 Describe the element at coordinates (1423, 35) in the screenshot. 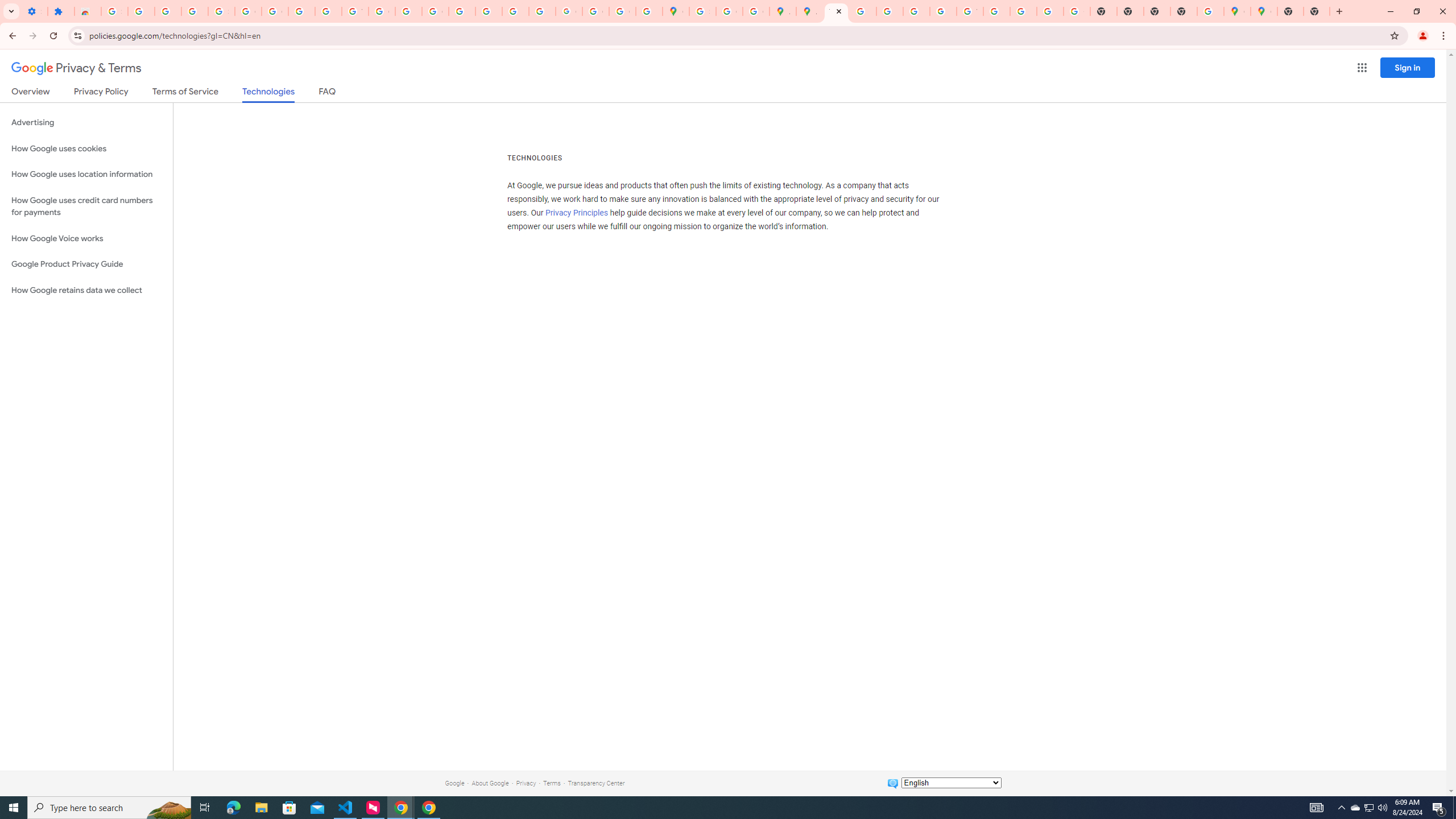

I see `'You'` at that location.